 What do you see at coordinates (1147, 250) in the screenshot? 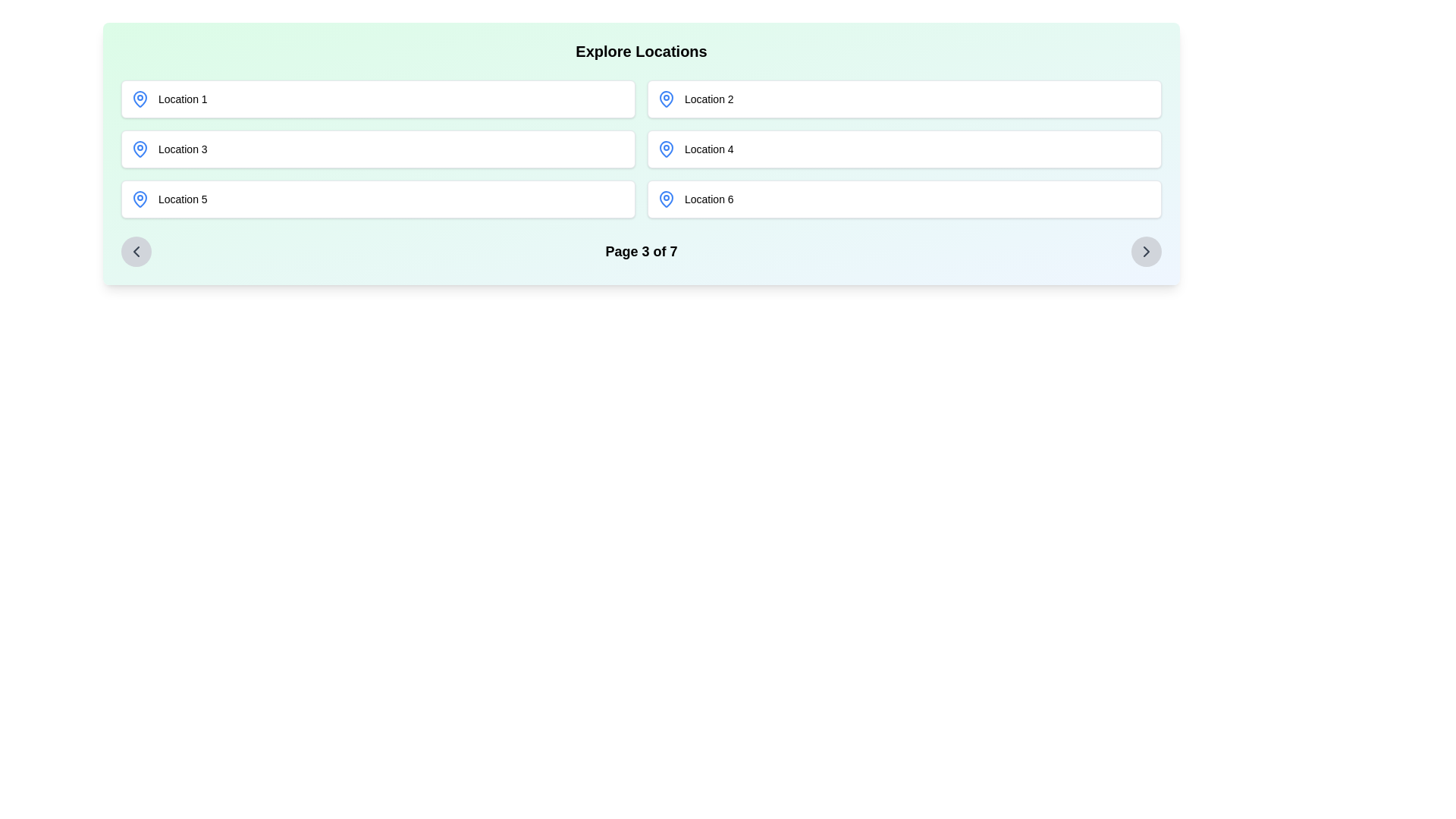
I see `the right-pointing chevron icon located at the bottom-right corner of the panel inside the circular button` at bounding box center [1147, 250].